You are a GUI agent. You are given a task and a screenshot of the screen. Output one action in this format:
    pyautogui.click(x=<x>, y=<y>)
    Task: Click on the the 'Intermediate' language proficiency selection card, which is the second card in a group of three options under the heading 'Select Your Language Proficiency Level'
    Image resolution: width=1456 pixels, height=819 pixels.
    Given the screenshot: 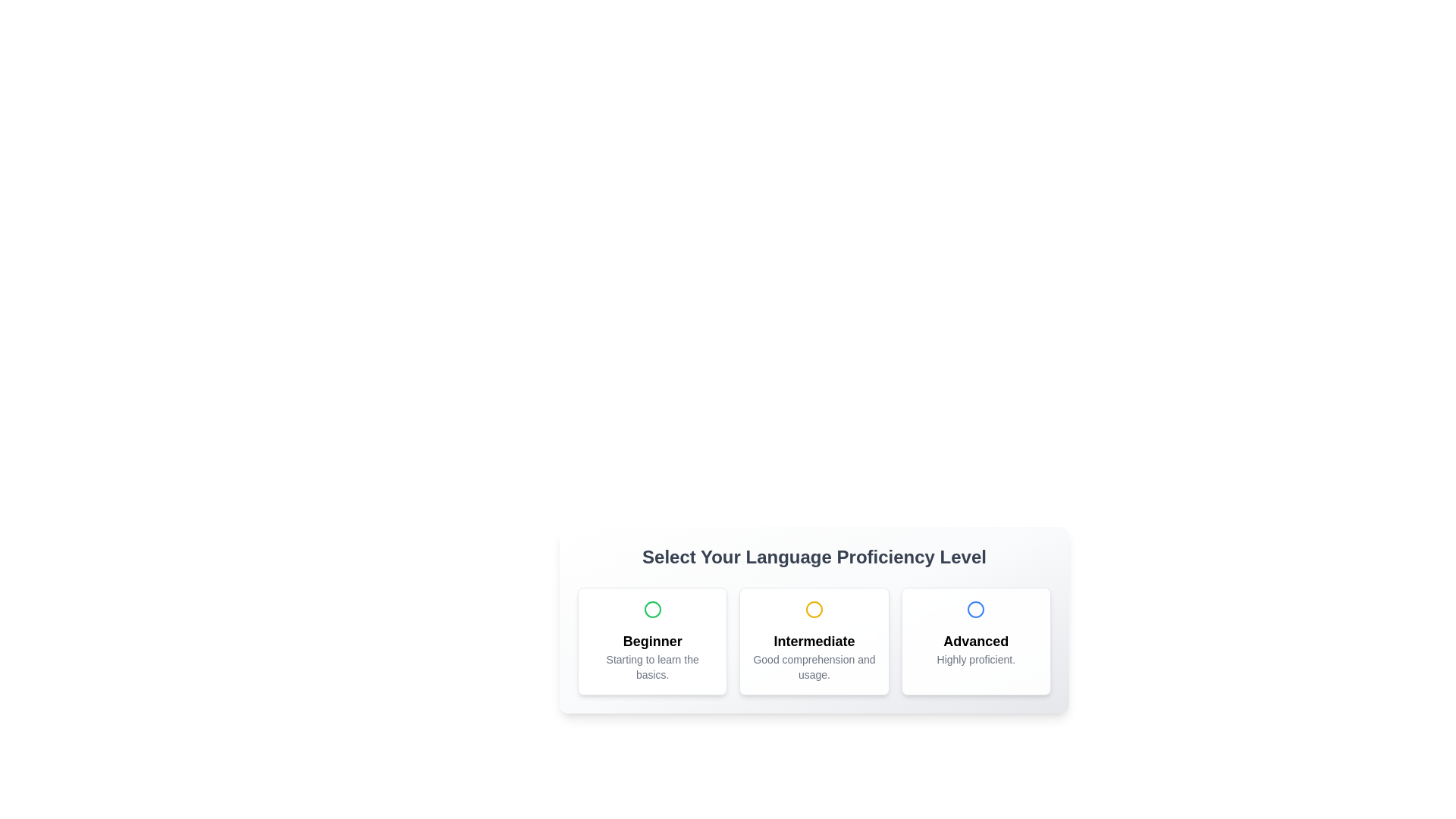 What is the action you would take?
    pyautogui.click(x=814, y=620)
    